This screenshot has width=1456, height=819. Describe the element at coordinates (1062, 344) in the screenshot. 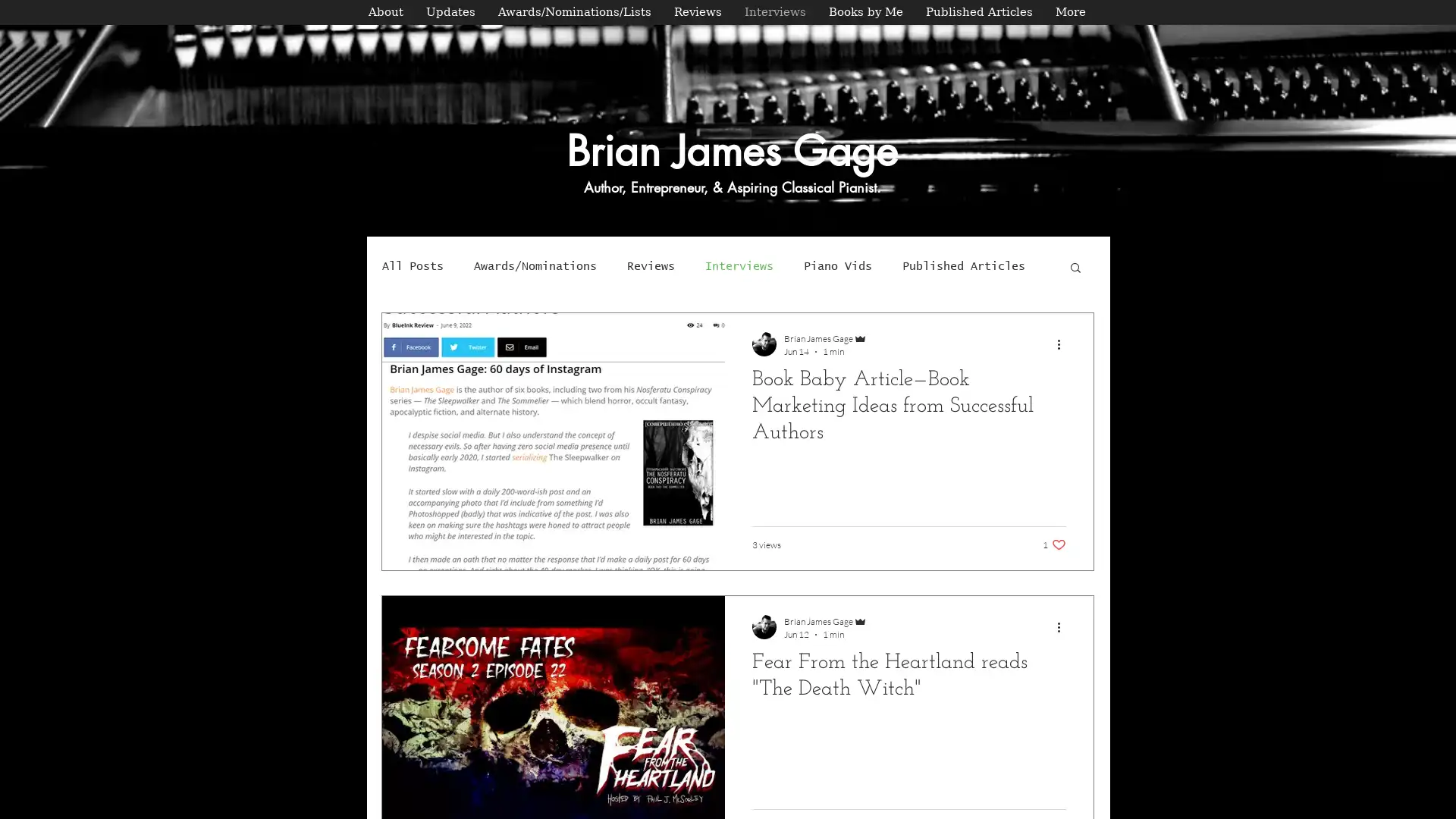

I see `More actions` at that location.